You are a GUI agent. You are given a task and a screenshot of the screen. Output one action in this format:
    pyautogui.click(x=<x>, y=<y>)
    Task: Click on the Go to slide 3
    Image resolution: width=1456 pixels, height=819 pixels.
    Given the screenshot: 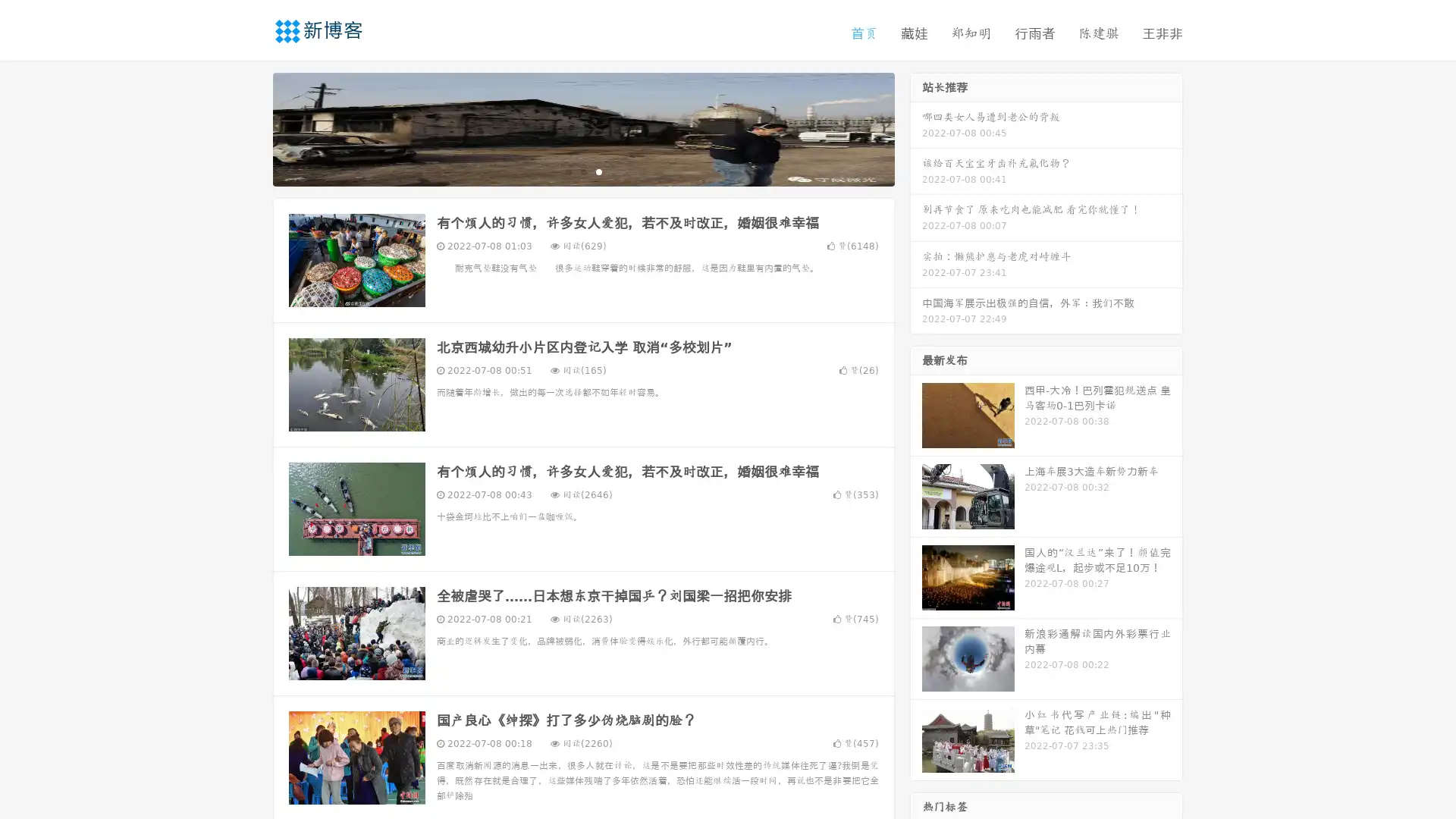 What is the action you would take?
    pyautogui.click(x=598, y=171)
    